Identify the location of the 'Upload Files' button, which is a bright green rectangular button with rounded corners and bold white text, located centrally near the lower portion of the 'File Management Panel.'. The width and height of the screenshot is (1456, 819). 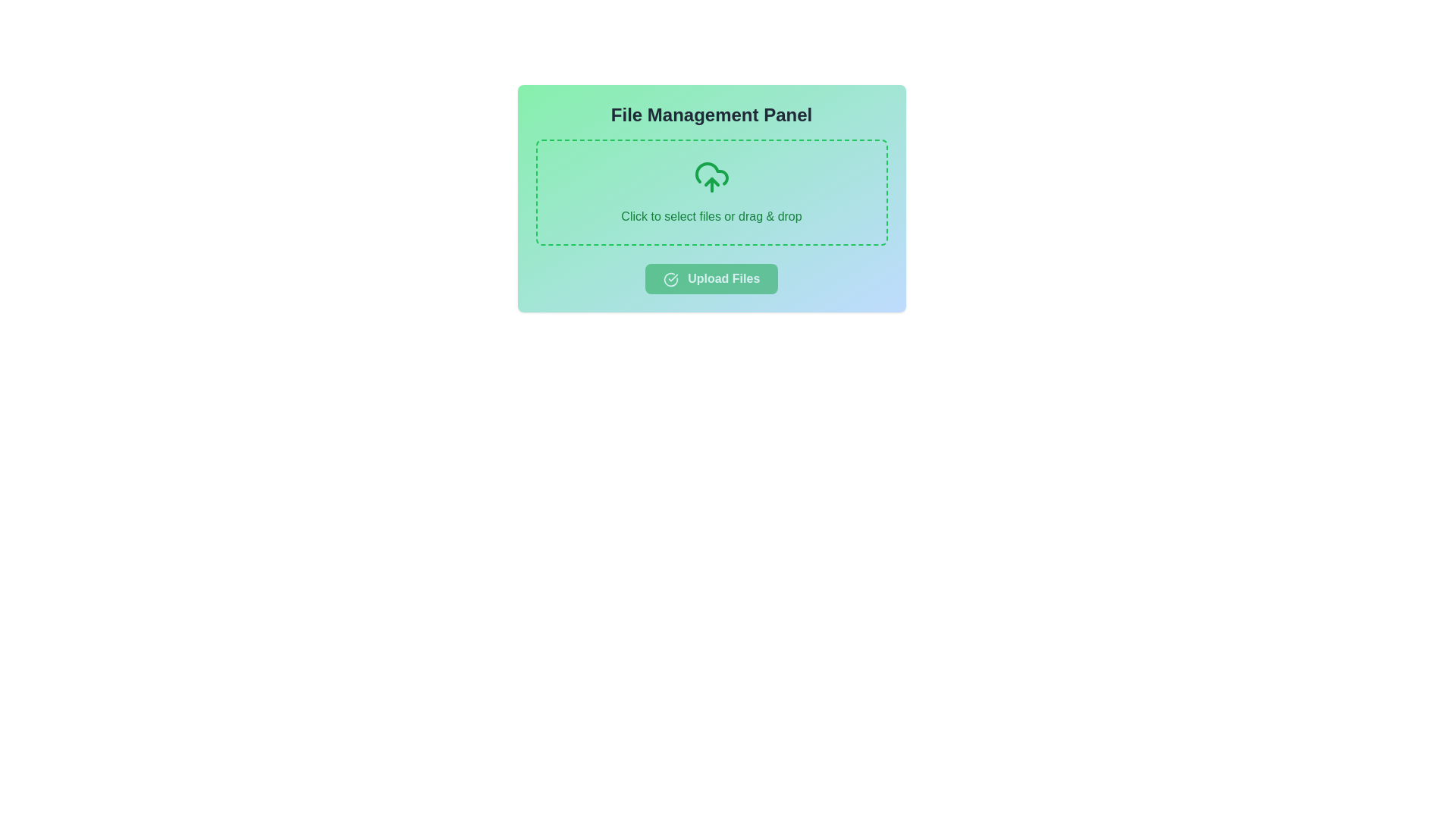
(711, 278).